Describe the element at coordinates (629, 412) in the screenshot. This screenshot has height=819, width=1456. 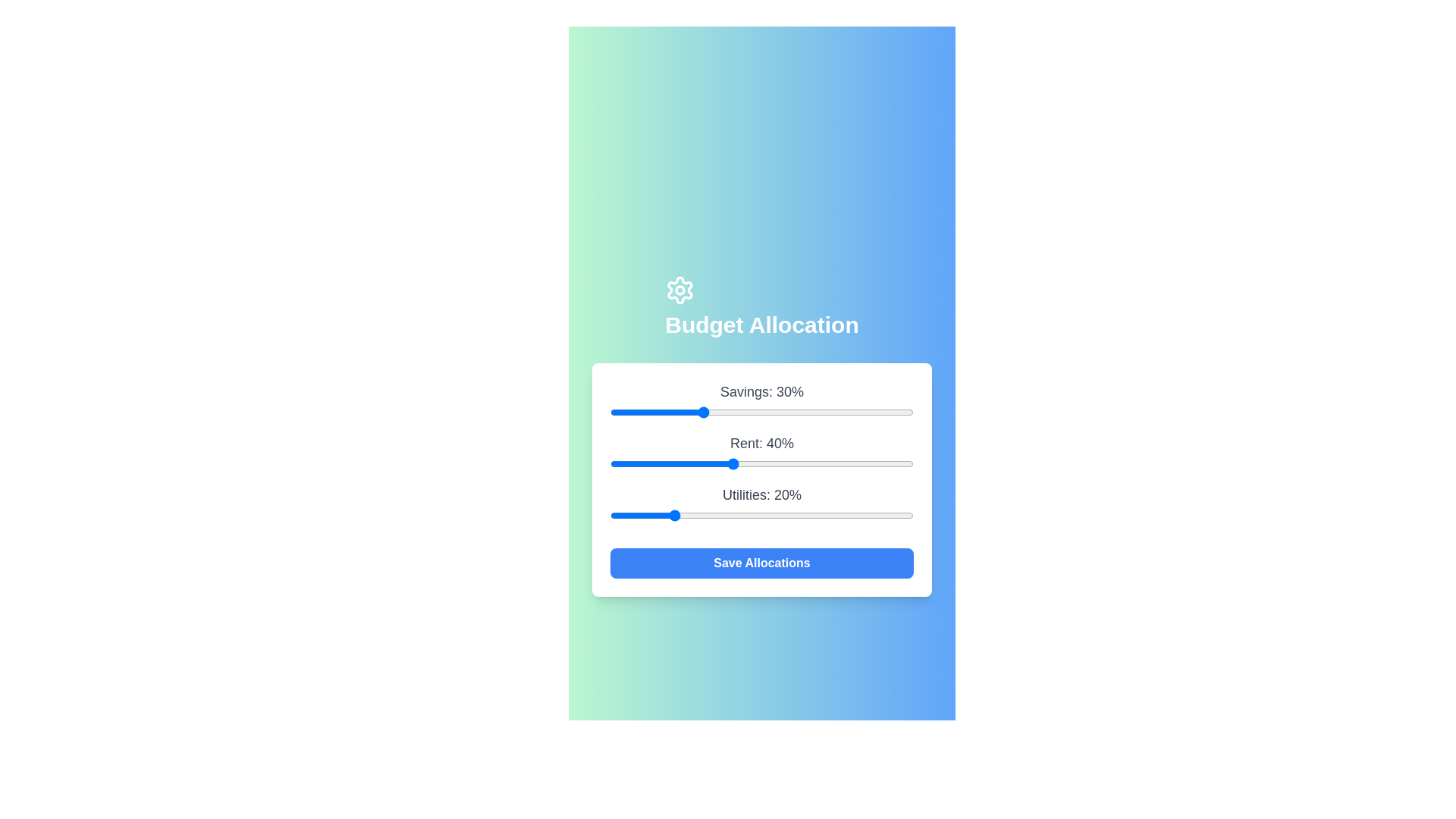
I see `the 'Savings' slider to 6%` at that location.